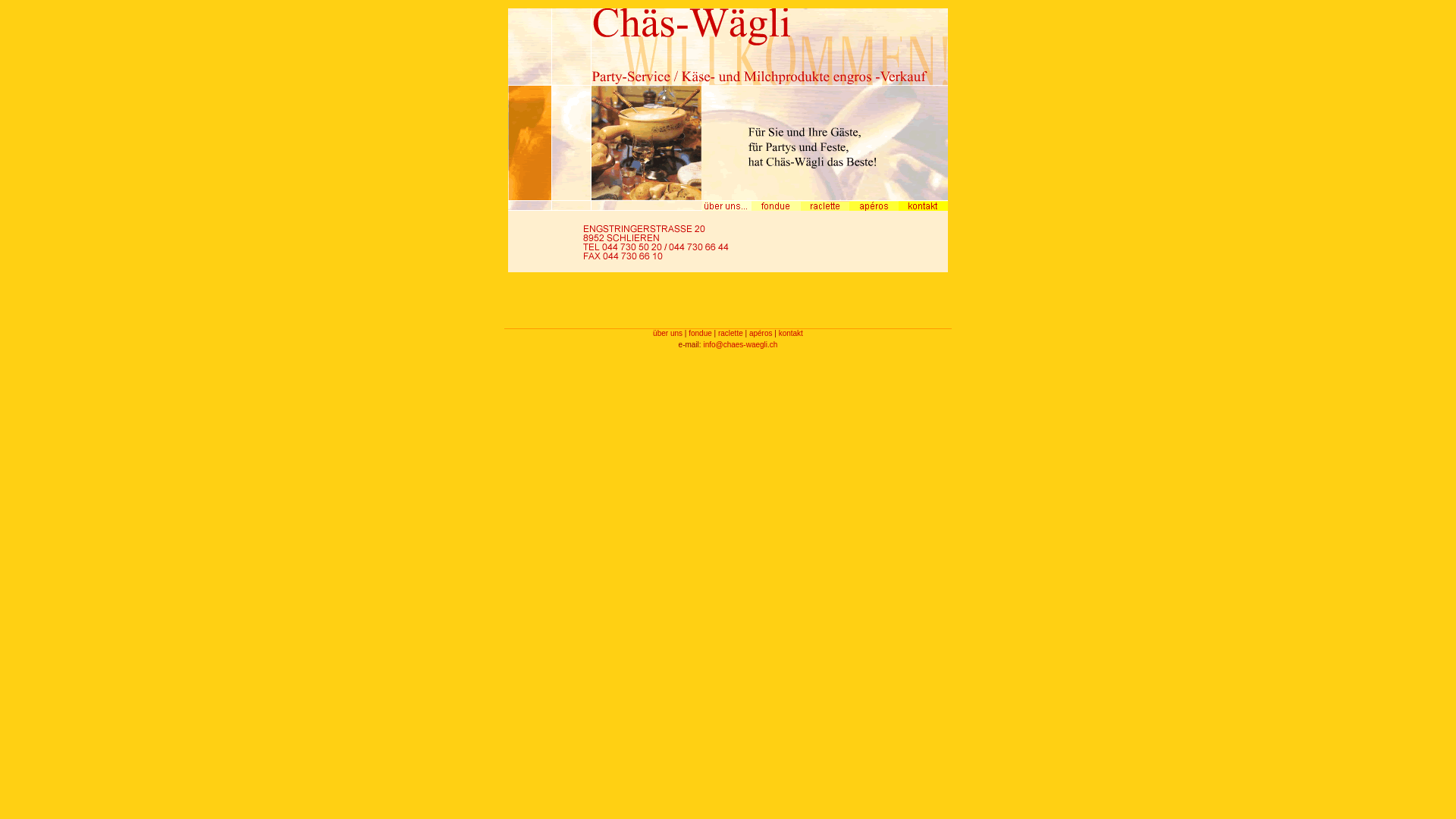 The image size is (1456, 819). I want to click on 'info@chaes-waegli.ch', so click(739, 344).